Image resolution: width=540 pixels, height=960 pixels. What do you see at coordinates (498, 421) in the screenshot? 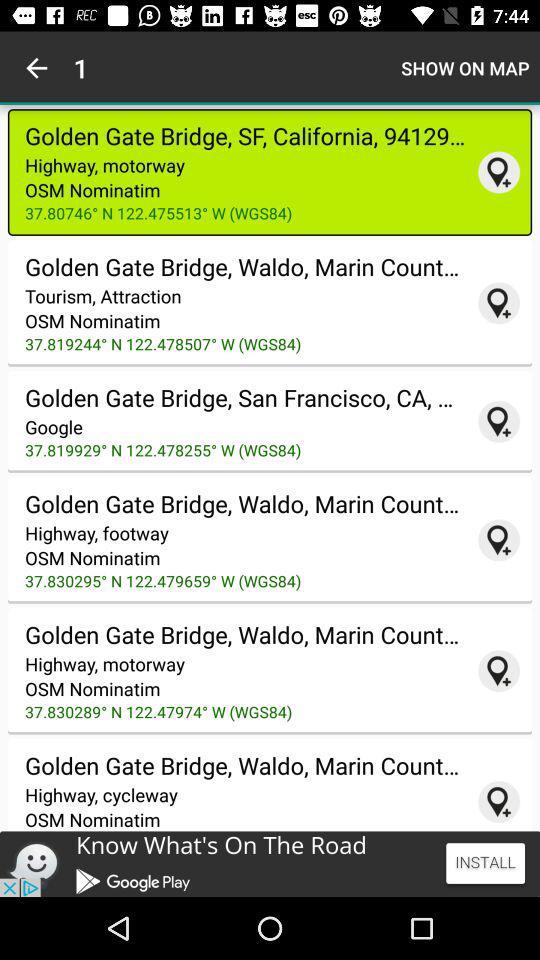
I see `pin location` at bounding box center [498, 421].